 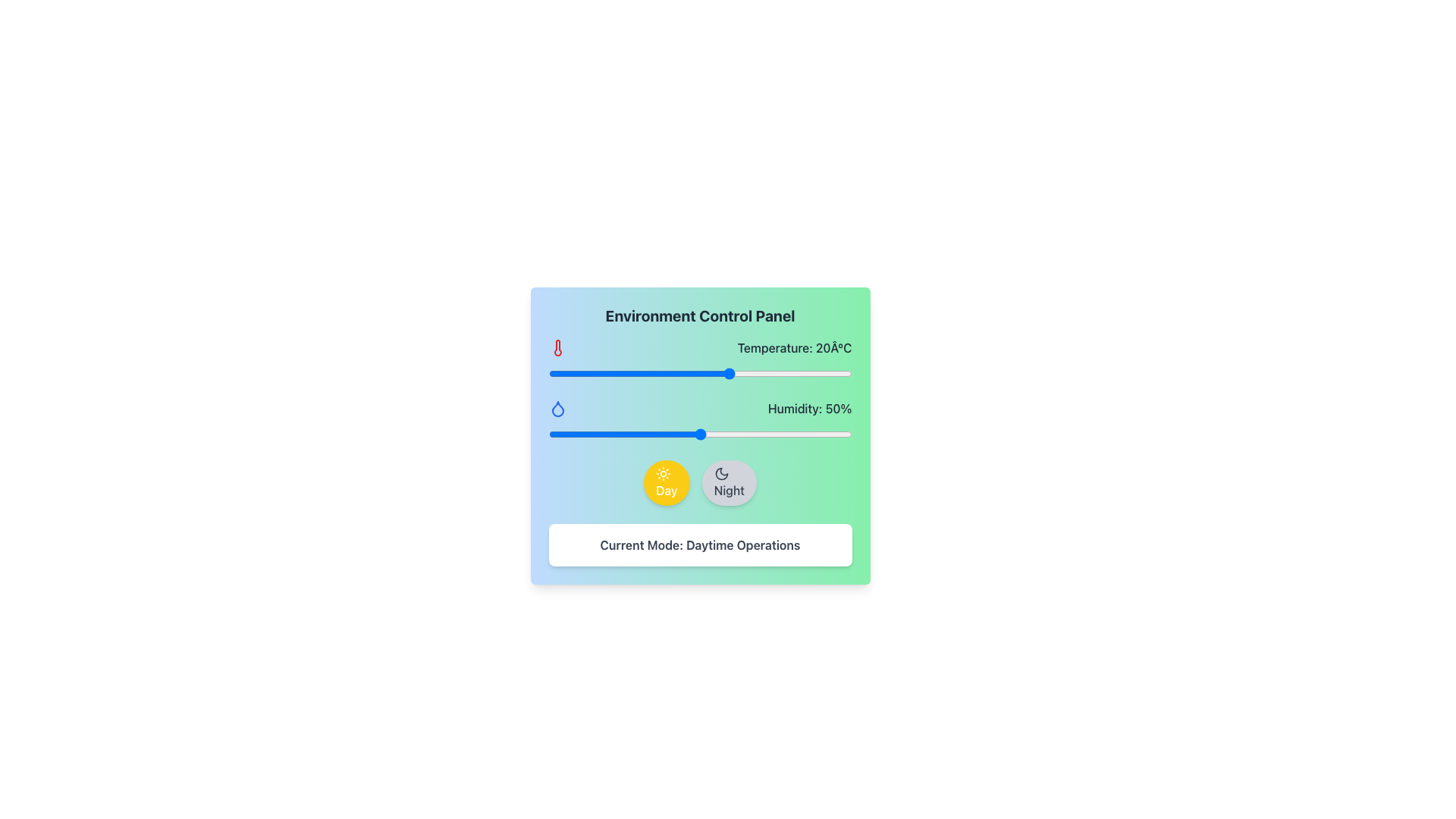 I want to click on the humidity level, so click(x=733, y=435).